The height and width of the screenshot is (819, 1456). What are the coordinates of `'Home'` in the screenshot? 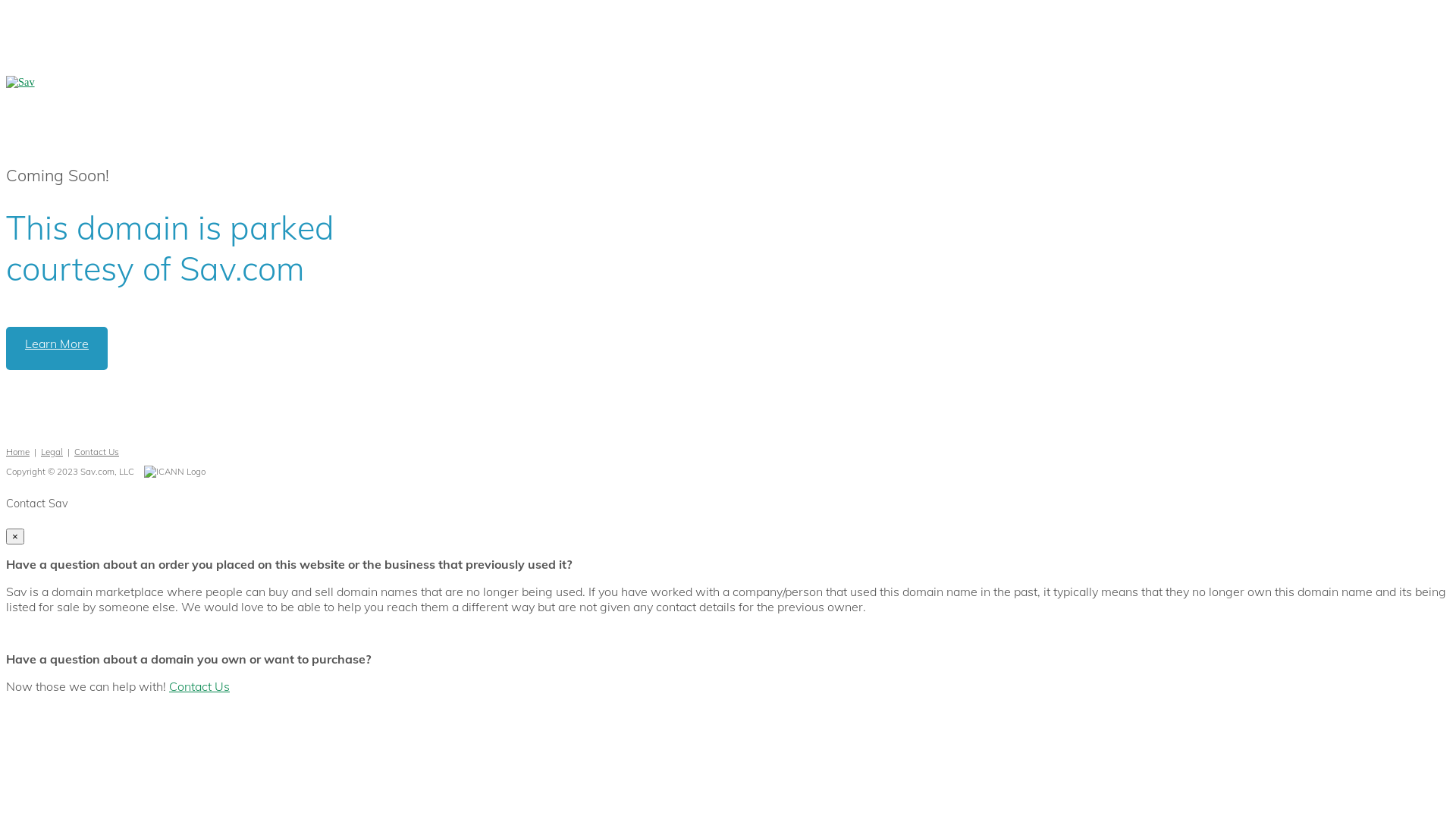 It's located at (6, 450).